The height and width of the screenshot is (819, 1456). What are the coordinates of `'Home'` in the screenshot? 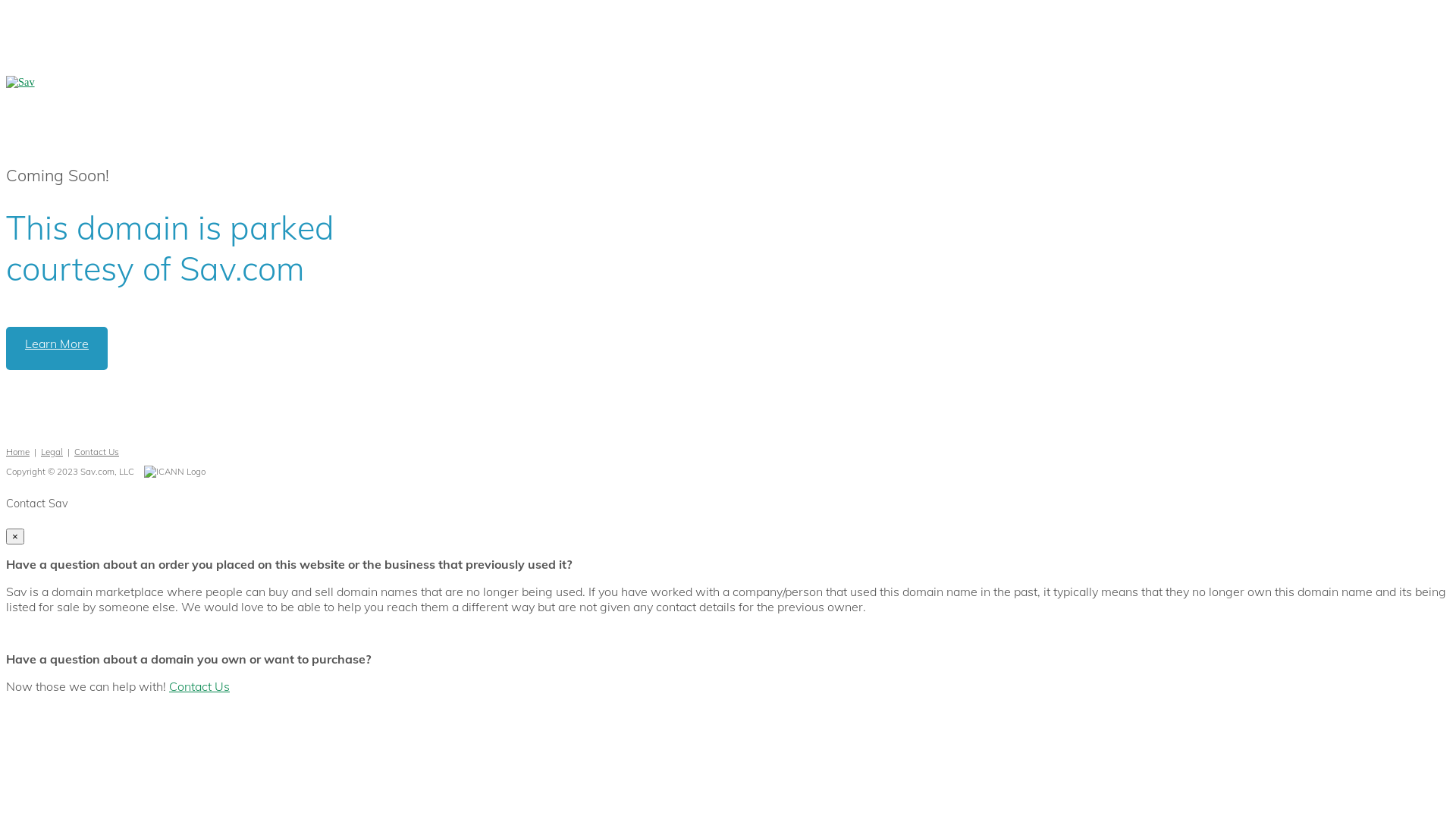 It's located at (6, 450).